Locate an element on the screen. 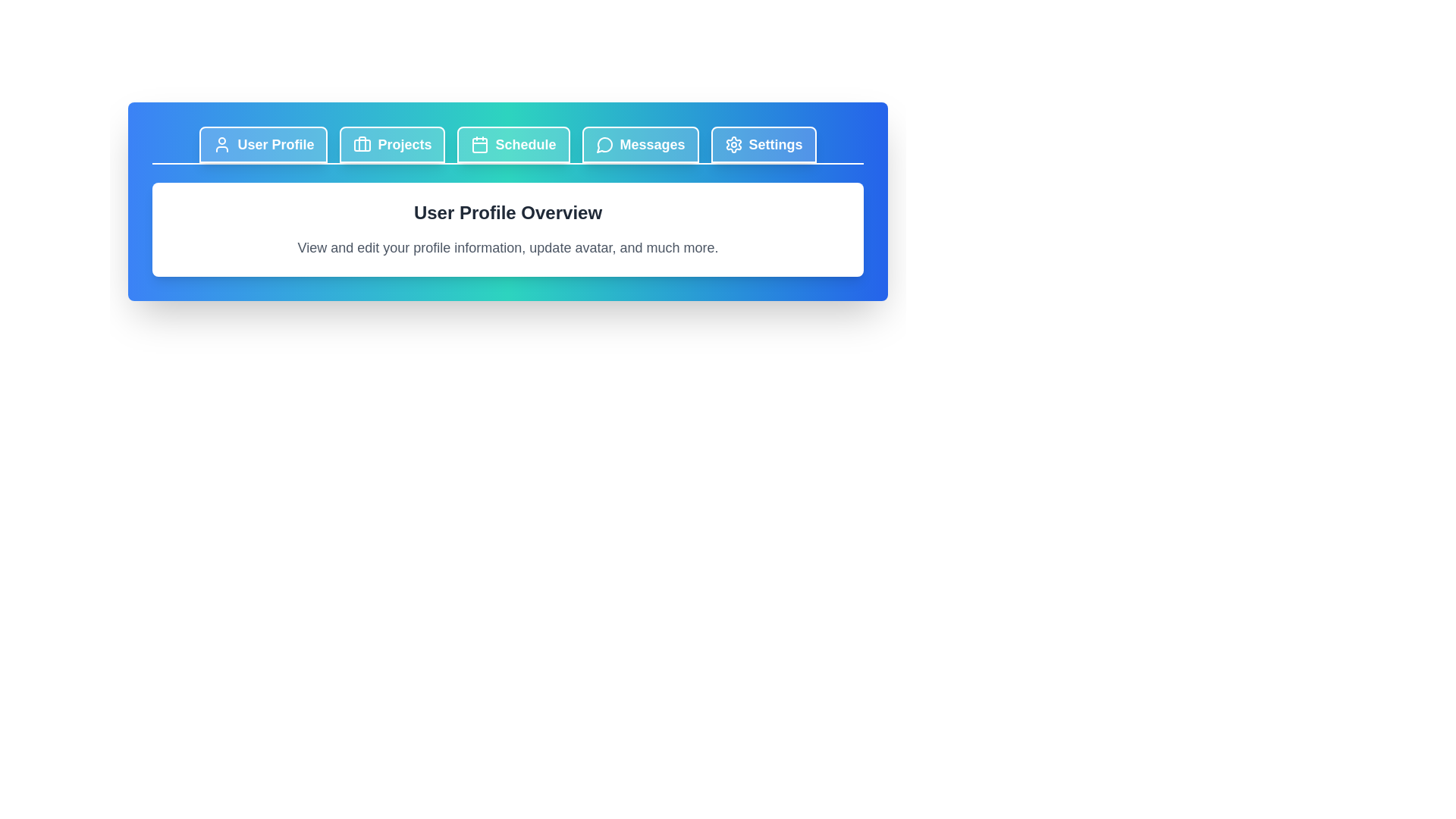 The height and width of the screenshot is (819, 1456). the user profile icon located in the top-left region of the application interface, inside the 'User Profile' tab is located at coordinates (221, 145).